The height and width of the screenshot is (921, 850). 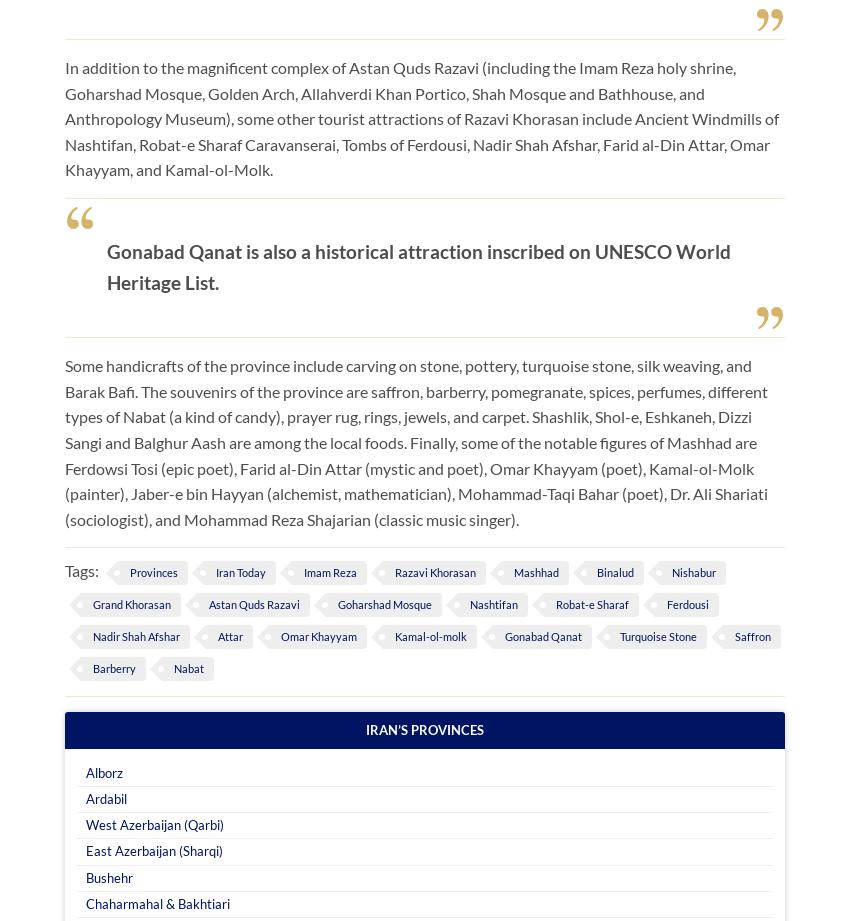 What do you see at coordinates (65, 441) in the screenshot?
I see `'Some handicrafts of the province include carving on stone, pottery, turquoise stone, silk weaving, and Barak Bafi. The souvenirs of the province are saffron, barberry, pomegranate, spices, perfumes, different types of Nabat (a kind of candy), prayer rug, rings, jewels, and carpet. Shashlik, Shol-e, Eshkaneh, Dizzi Sangi and Balghur Aash are among the local foods. Finally, some of the notable figures of Mashhad are Ferdowsi Tosi (epic poet), Farid al-Din Attar (mystic and poet), Omar Khayyam (poet), Kamal-ol-Molk (painter), Jaber-e bin Hayyan (alchemist, mathematician), Mohammad-Taqi Bahar (poet), Dr. Ali Shariati (sociologist), and Mohammad Reza Shajarian (classic music singer).'` at bounding box center [65, 441].